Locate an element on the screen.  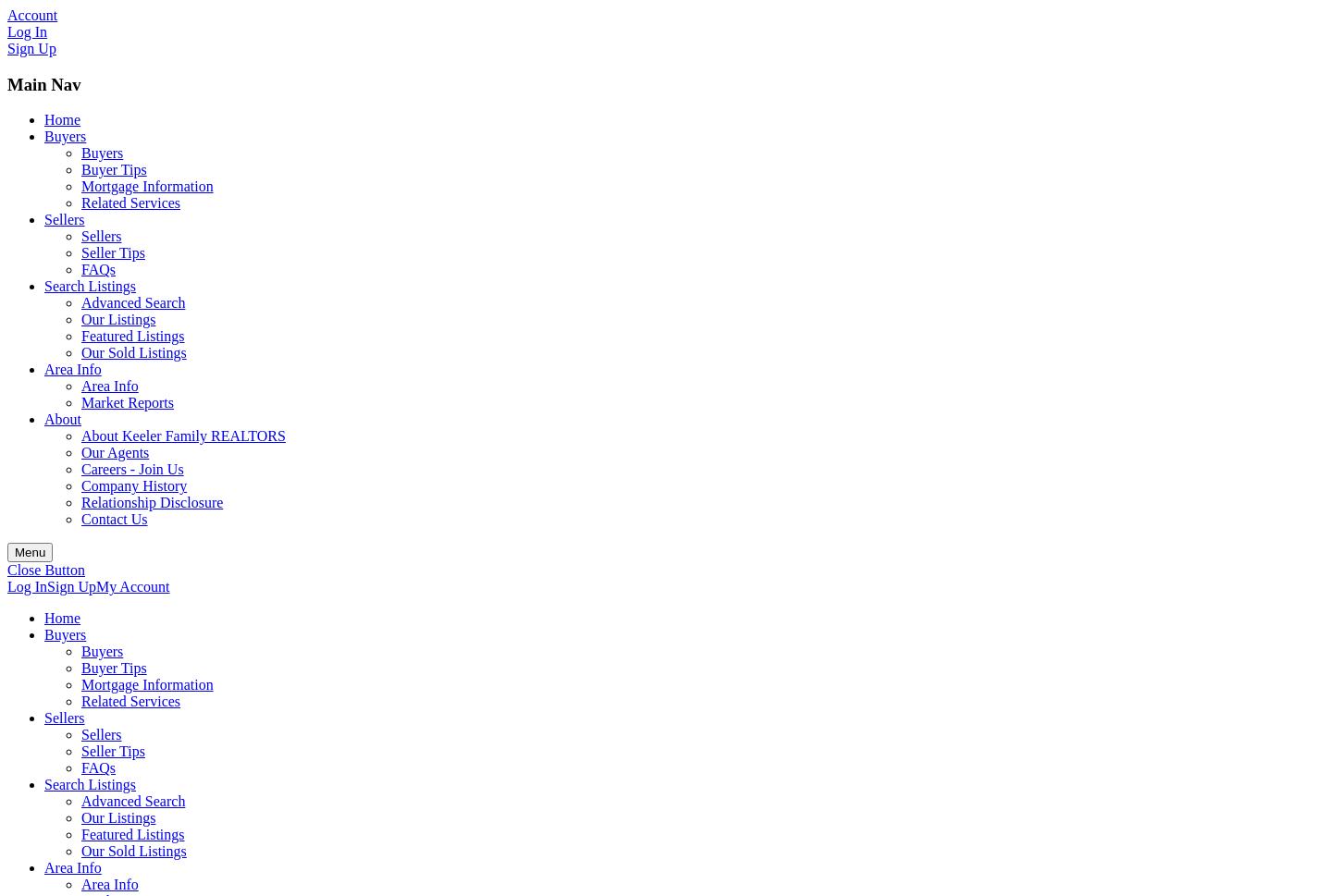
'Relationship Disclosure' is located at coordinates (80, 502).